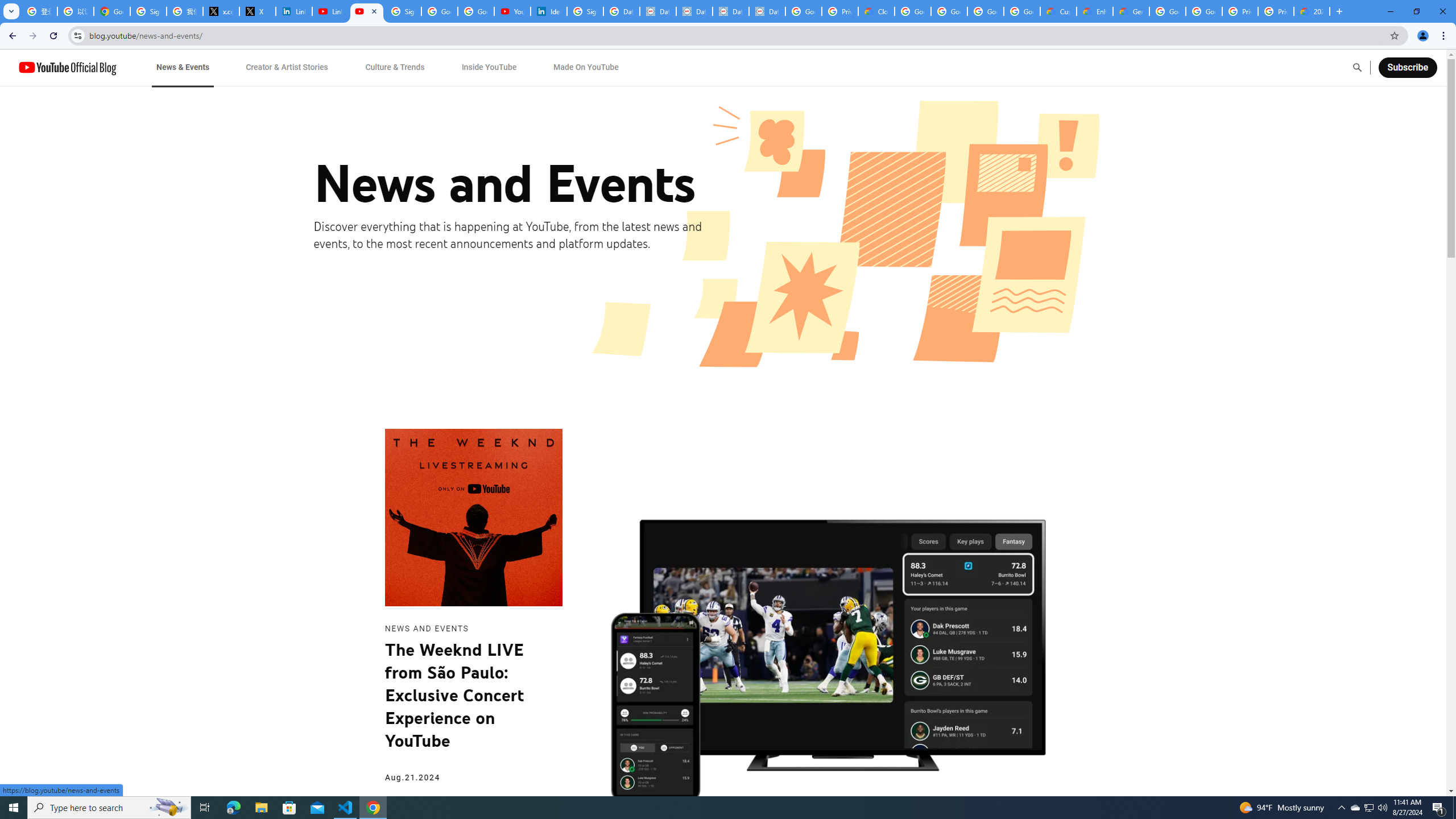 This screenshot has width=1456, height=819. I want to click on 'Google Cloud Platform', so click(1203, 11).